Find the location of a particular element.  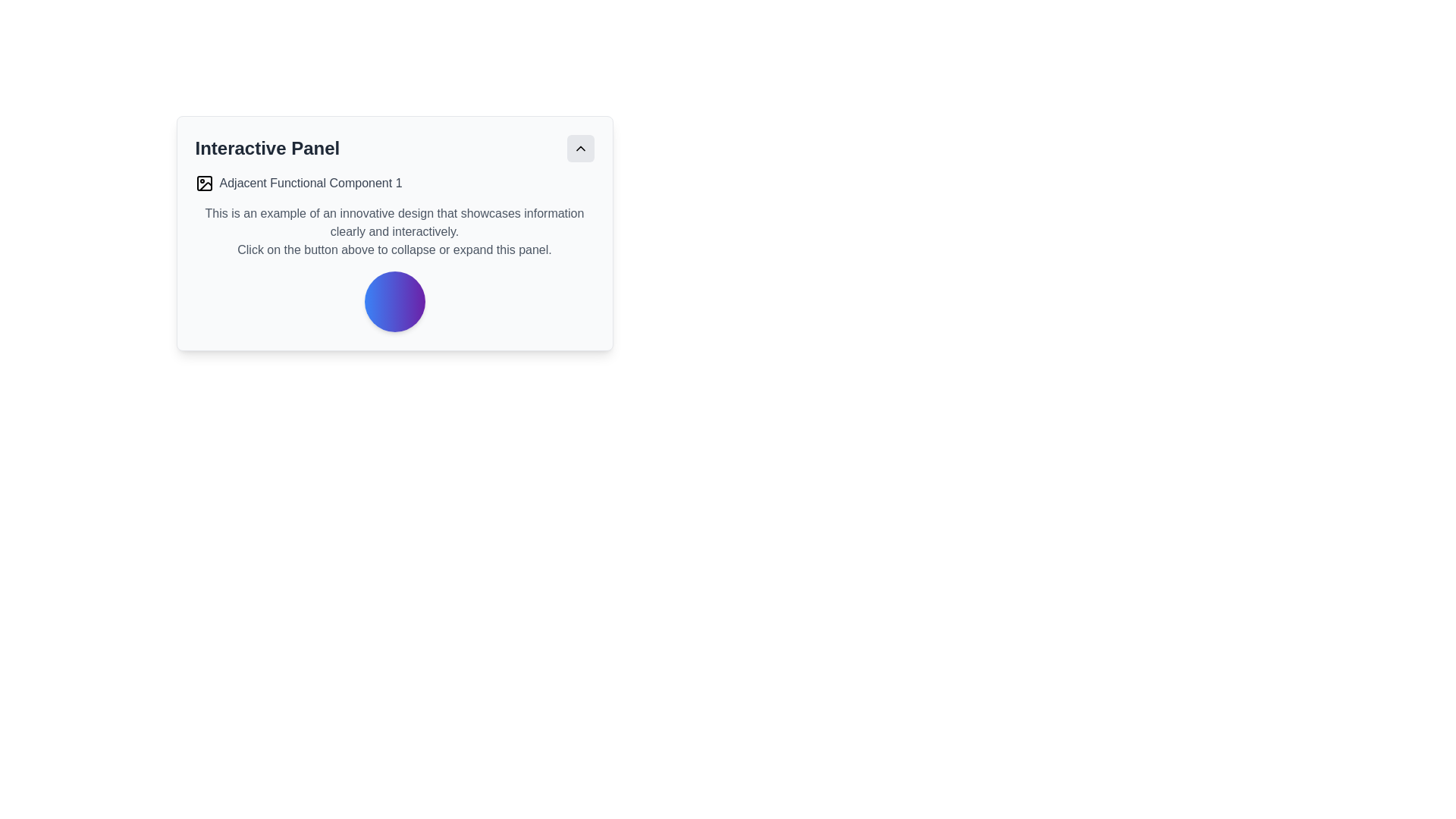

the style or color of the visual emphasis element, which is centrally located at the bottom of the interactive panel is located at coordinates (394, 301).